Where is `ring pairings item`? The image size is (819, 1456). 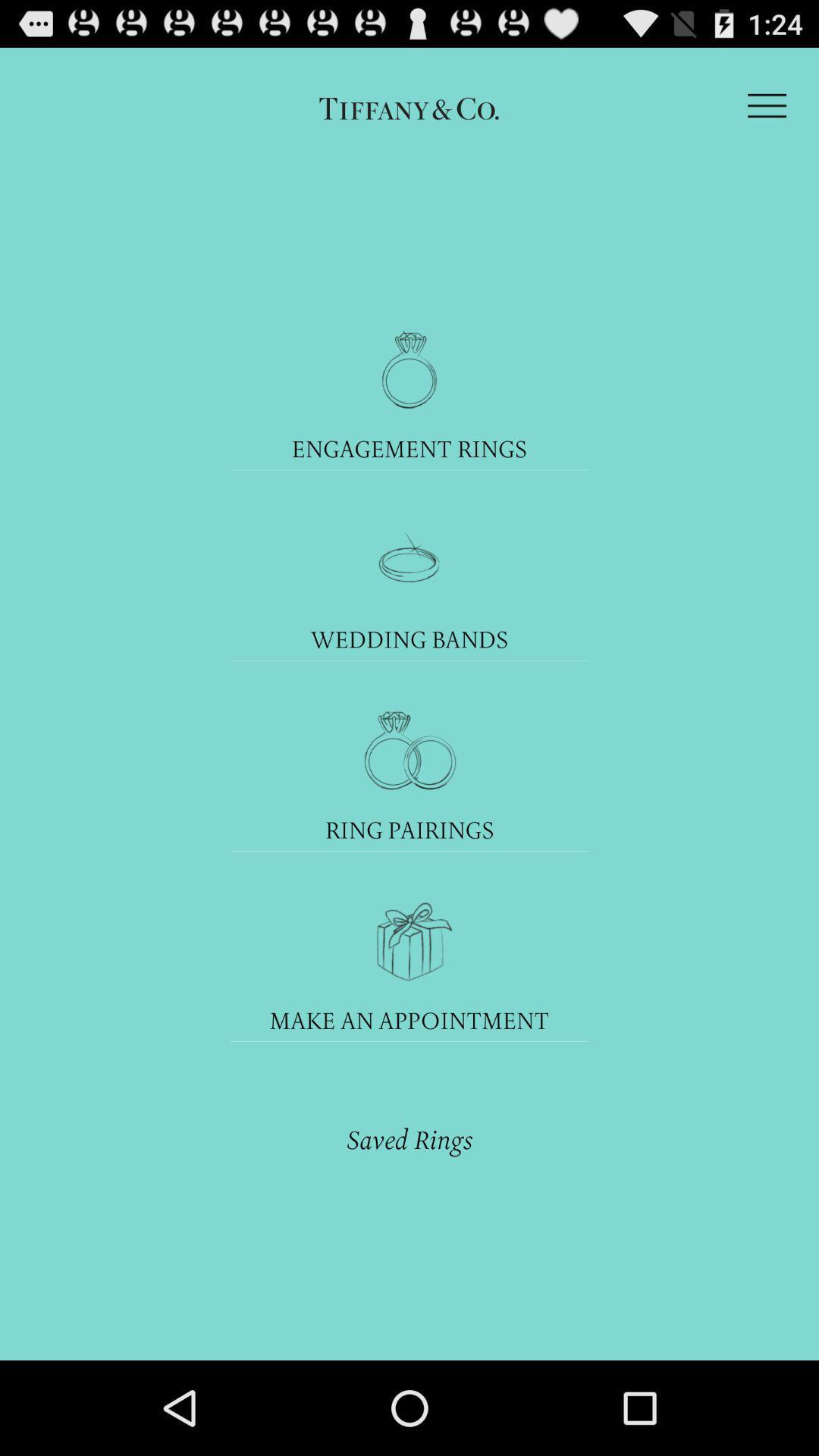
ring pairings item is located at coordinates (409, 829).